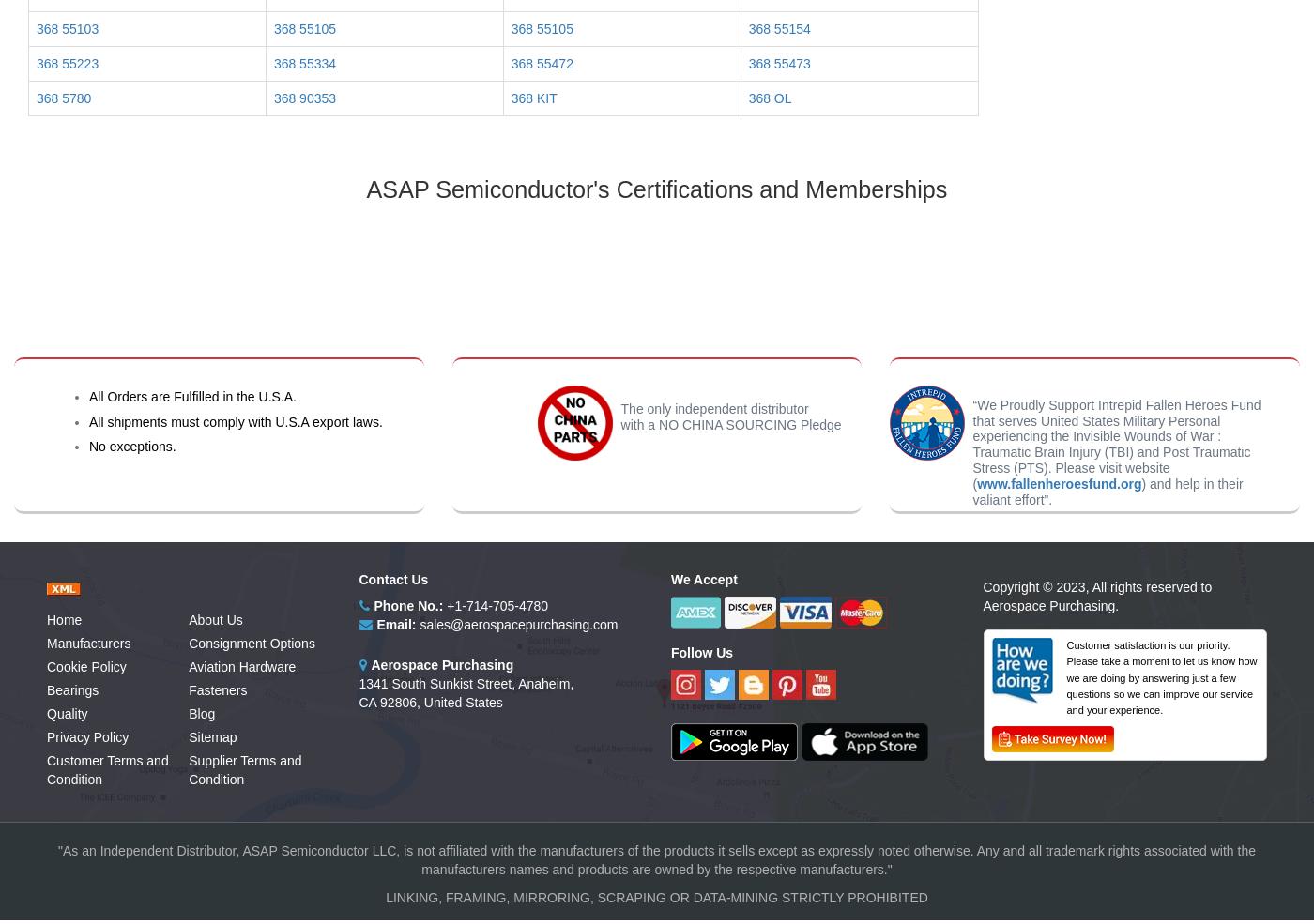  I want to click on 'sales@aerospacepurchasing.com', so click(420, 623).